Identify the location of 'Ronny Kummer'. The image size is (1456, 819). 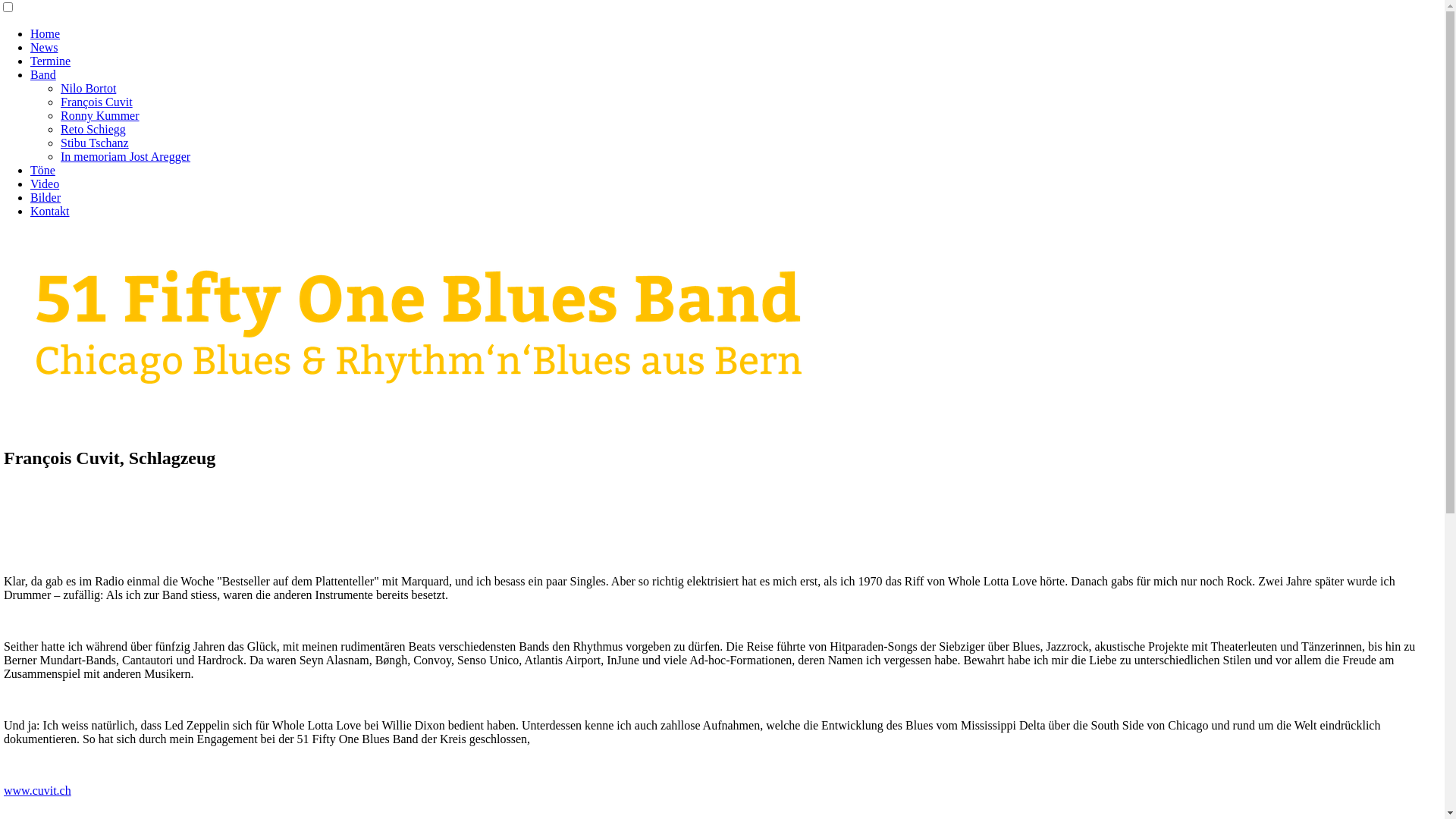
(99, 115).